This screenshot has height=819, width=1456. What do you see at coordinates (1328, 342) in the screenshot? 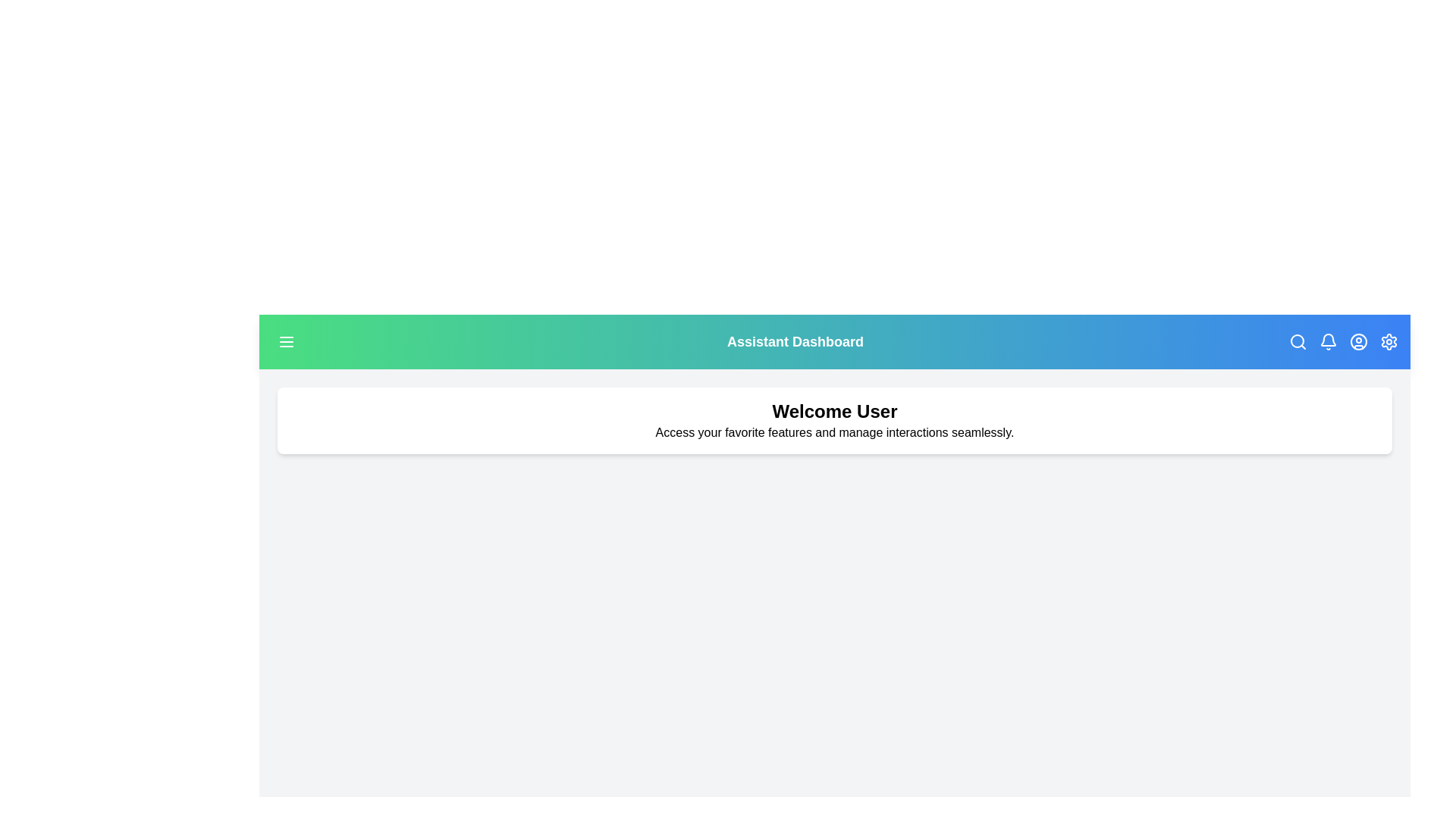
I see `the bell icon to view notifications` at bounding box center [1328, 342].